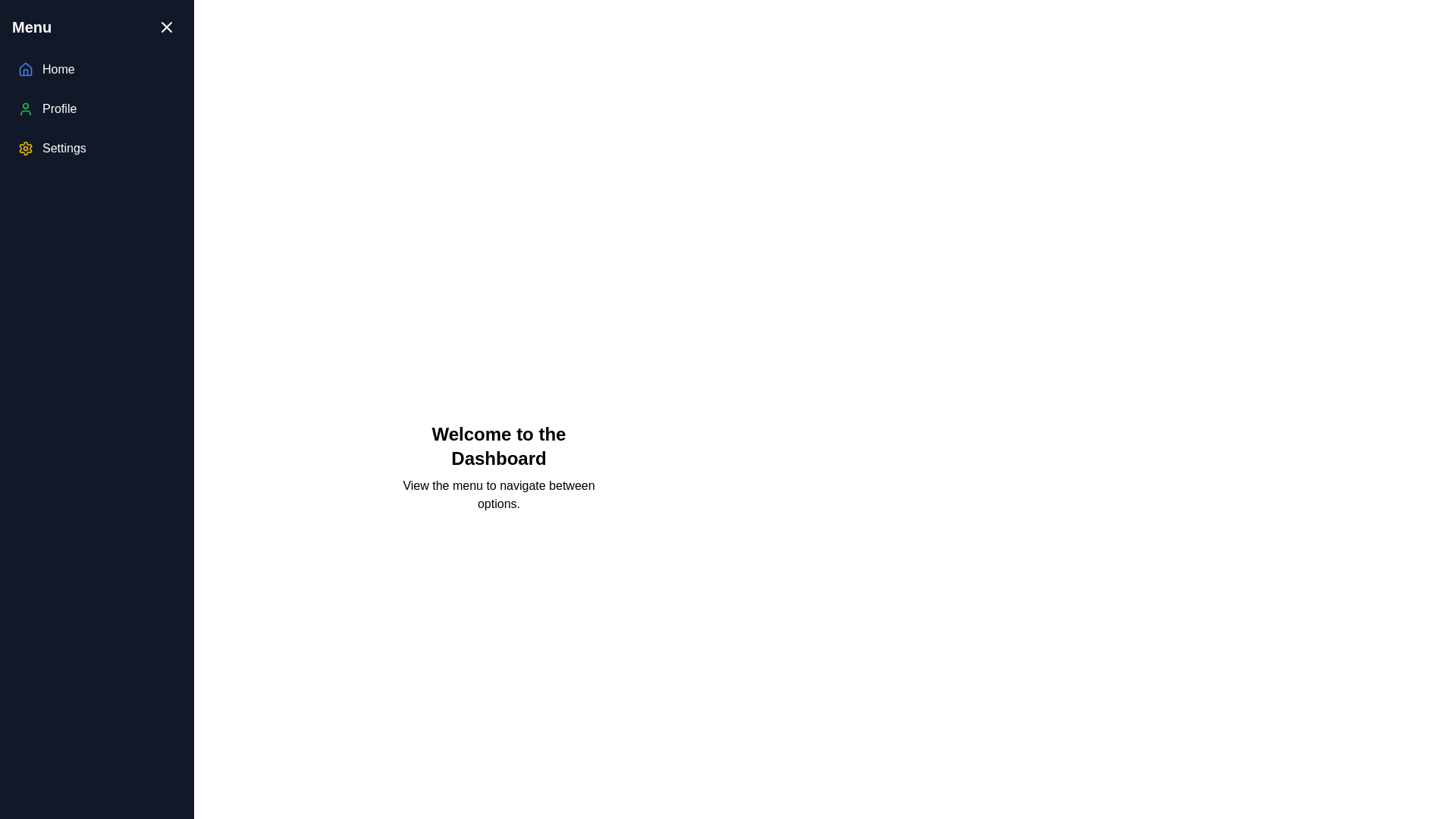 The width and height of the screenshot is (1456, 819). Describe the element at coordinates (25, 69) in the screenshot. I see `the 'Home' icon located at the top of the sidebar menu` at that location.